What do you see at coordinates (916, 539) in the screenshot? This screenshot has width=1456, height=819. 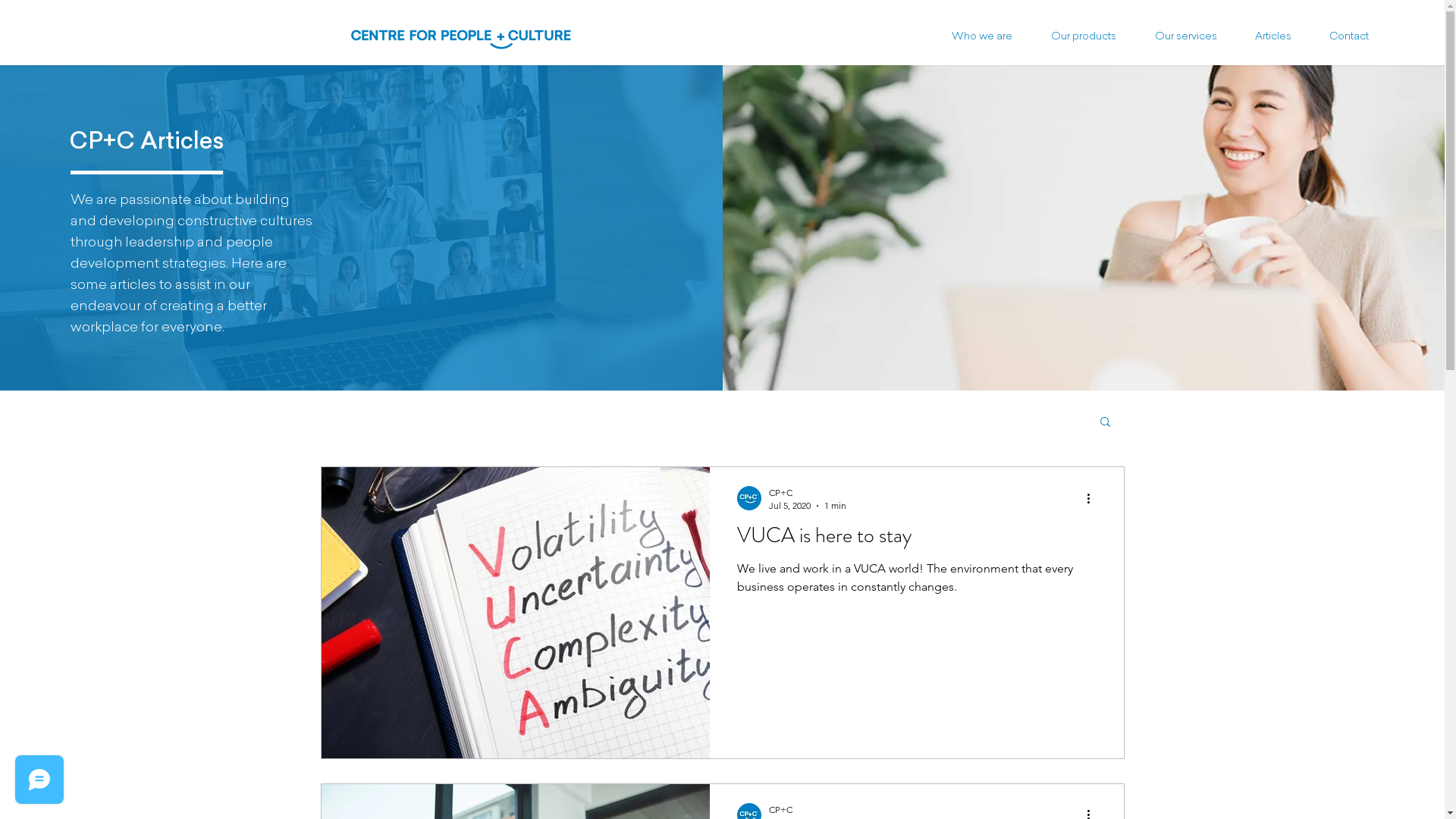 I see `'VUCA is here to stay'` at bounding box center [916, 539].